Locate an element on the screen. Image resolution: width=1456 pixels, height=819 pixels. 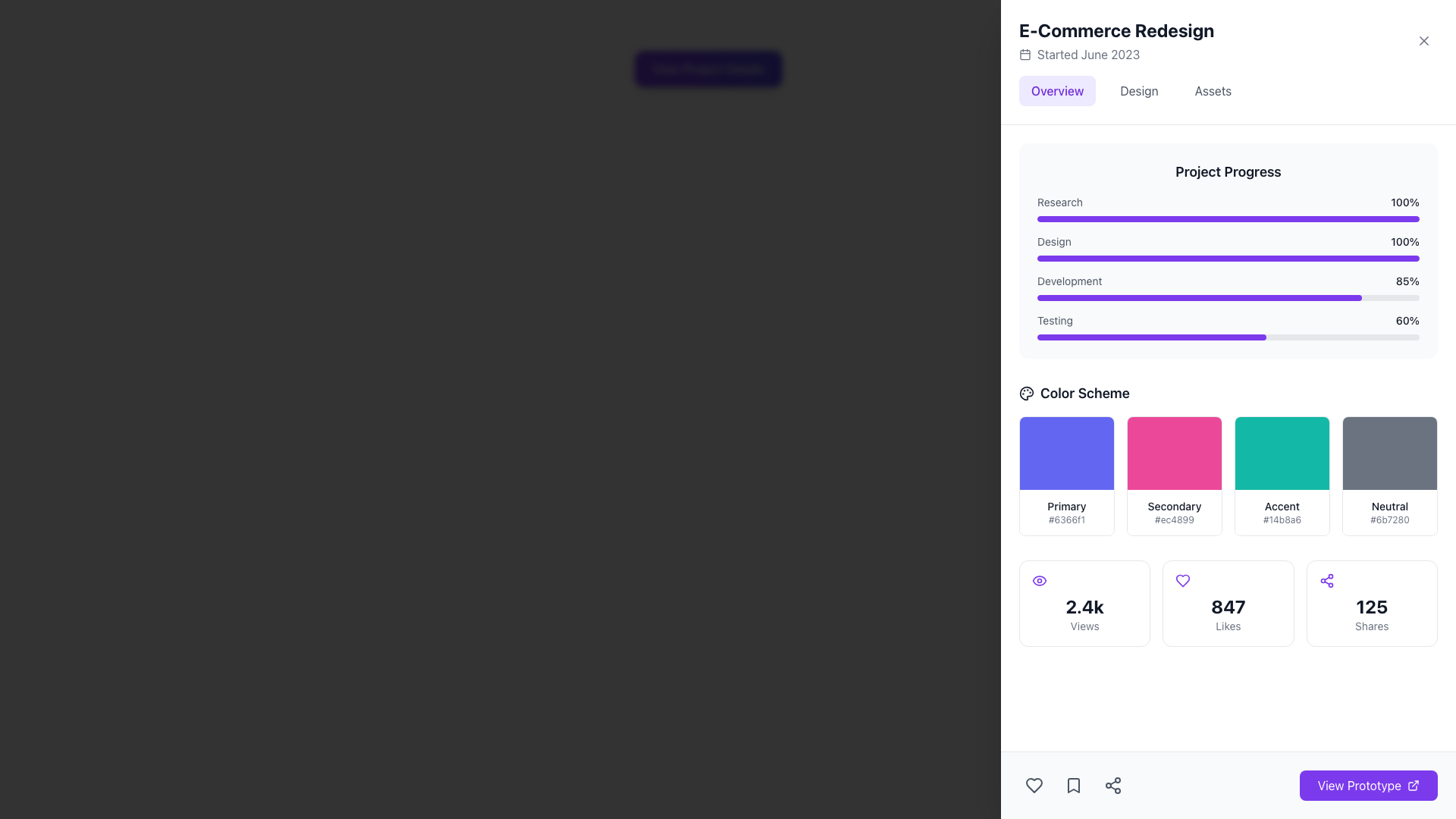
the static text label displaying the hexadecimal color code '#6b7280' located below the text 'Neutral' in the fourth box of the 'Color Scheme' section is located at coordinates (1390, 519).